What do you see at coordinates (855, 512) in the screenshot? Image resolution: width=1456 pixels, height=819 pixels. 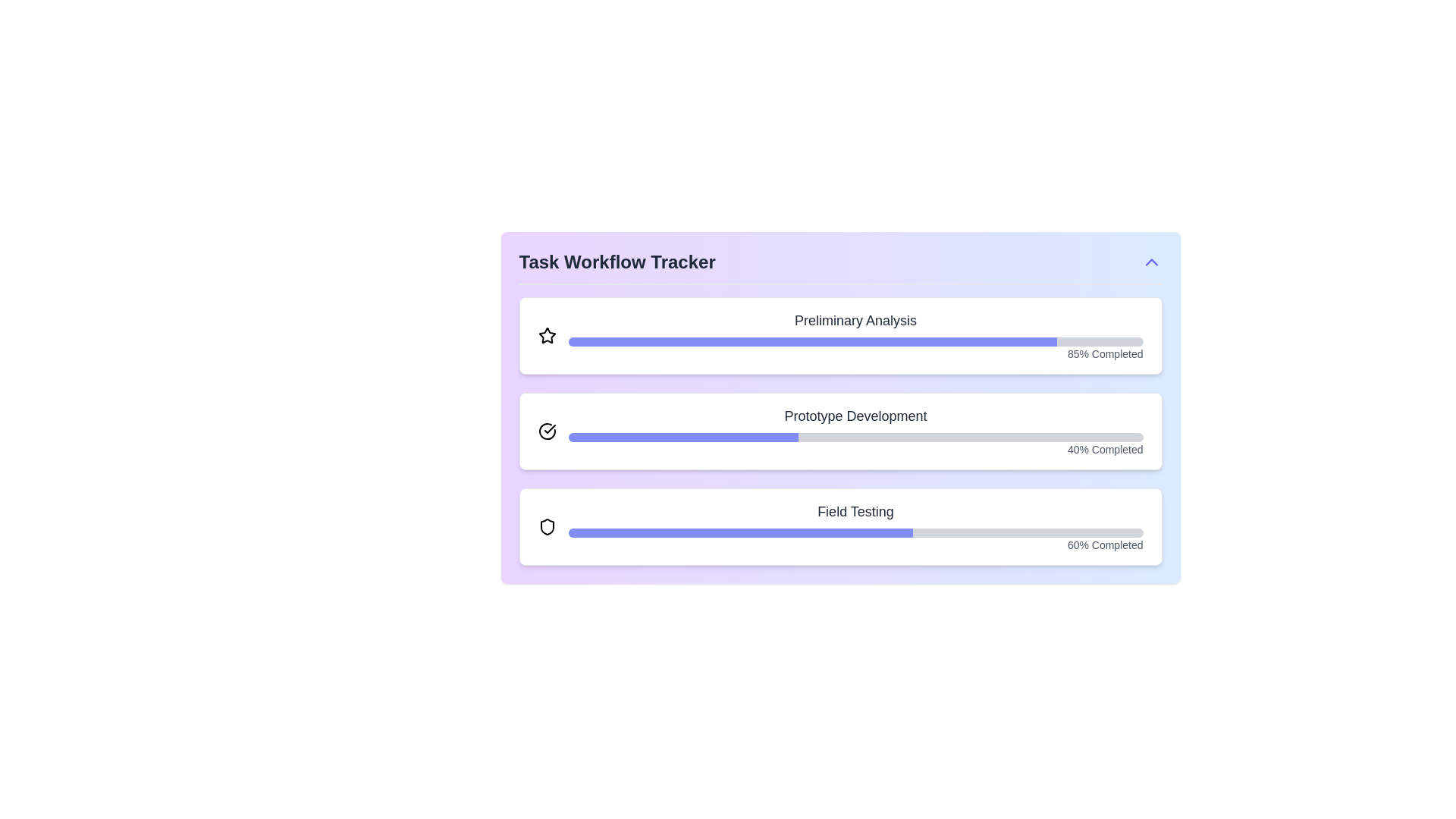 I see `the Text display element, which serves as a label indicating the section's name within the workflow tracker, positioned above the progress bar and the text '60% Completed'` at bounding box center [855, 512].